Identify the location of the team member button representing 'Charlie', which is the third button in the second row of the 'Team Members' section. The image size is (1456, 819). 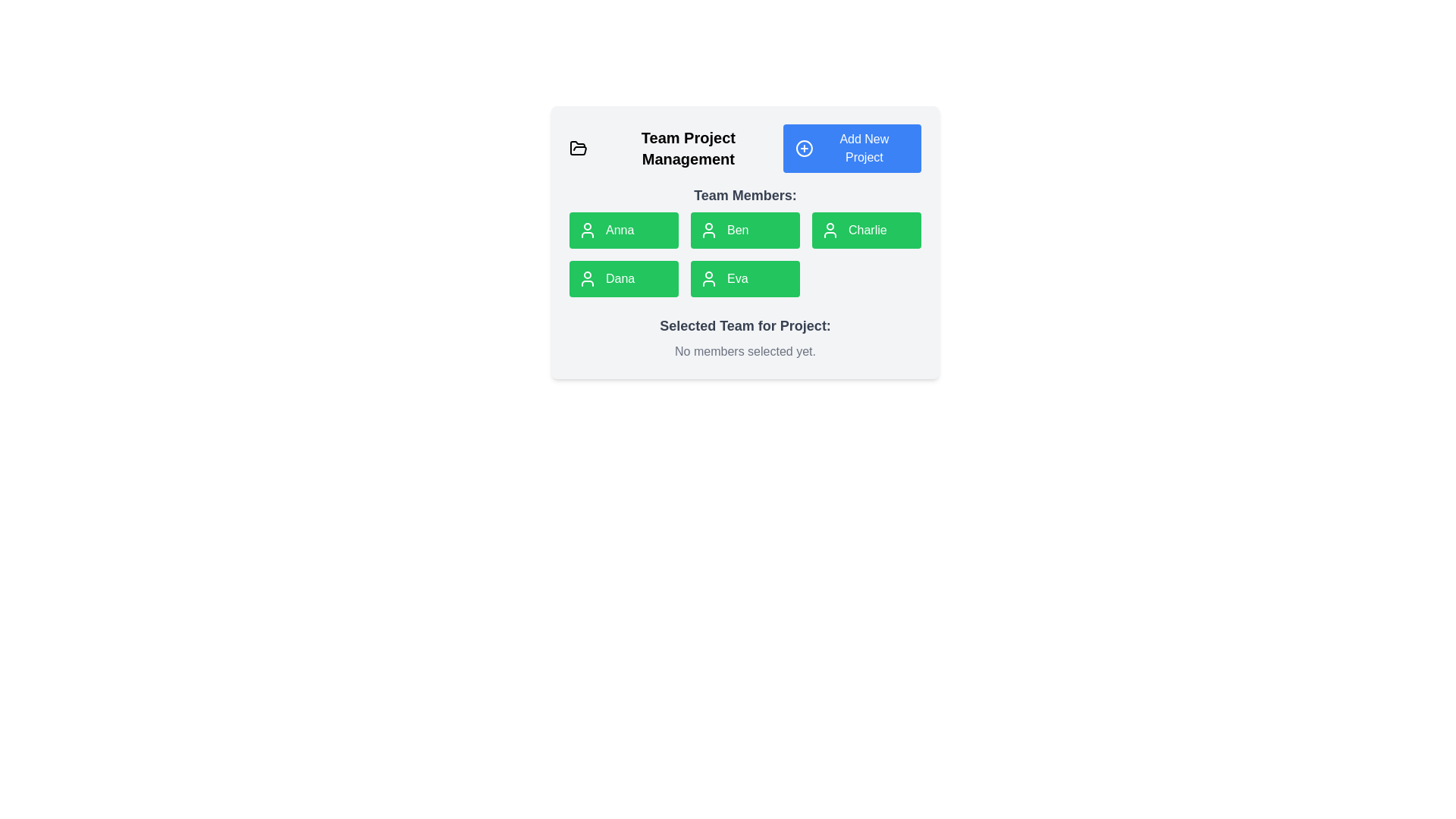
(829, 231).